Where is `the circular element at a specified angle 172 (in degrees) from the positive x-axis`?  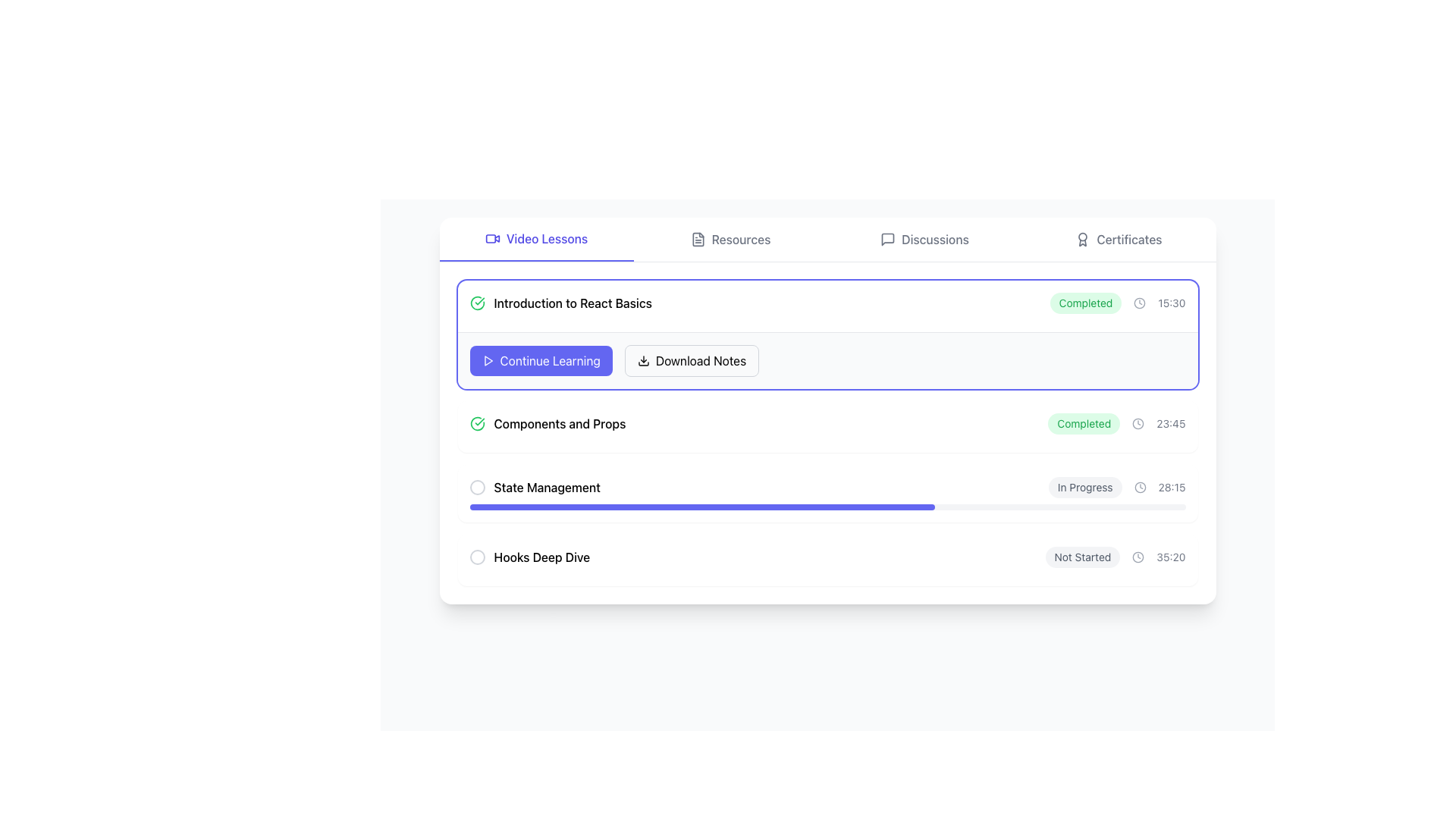 the circular element at a specified angle 172 (in degrees) from the positive x-axis is located at coordinates (1131, 556).